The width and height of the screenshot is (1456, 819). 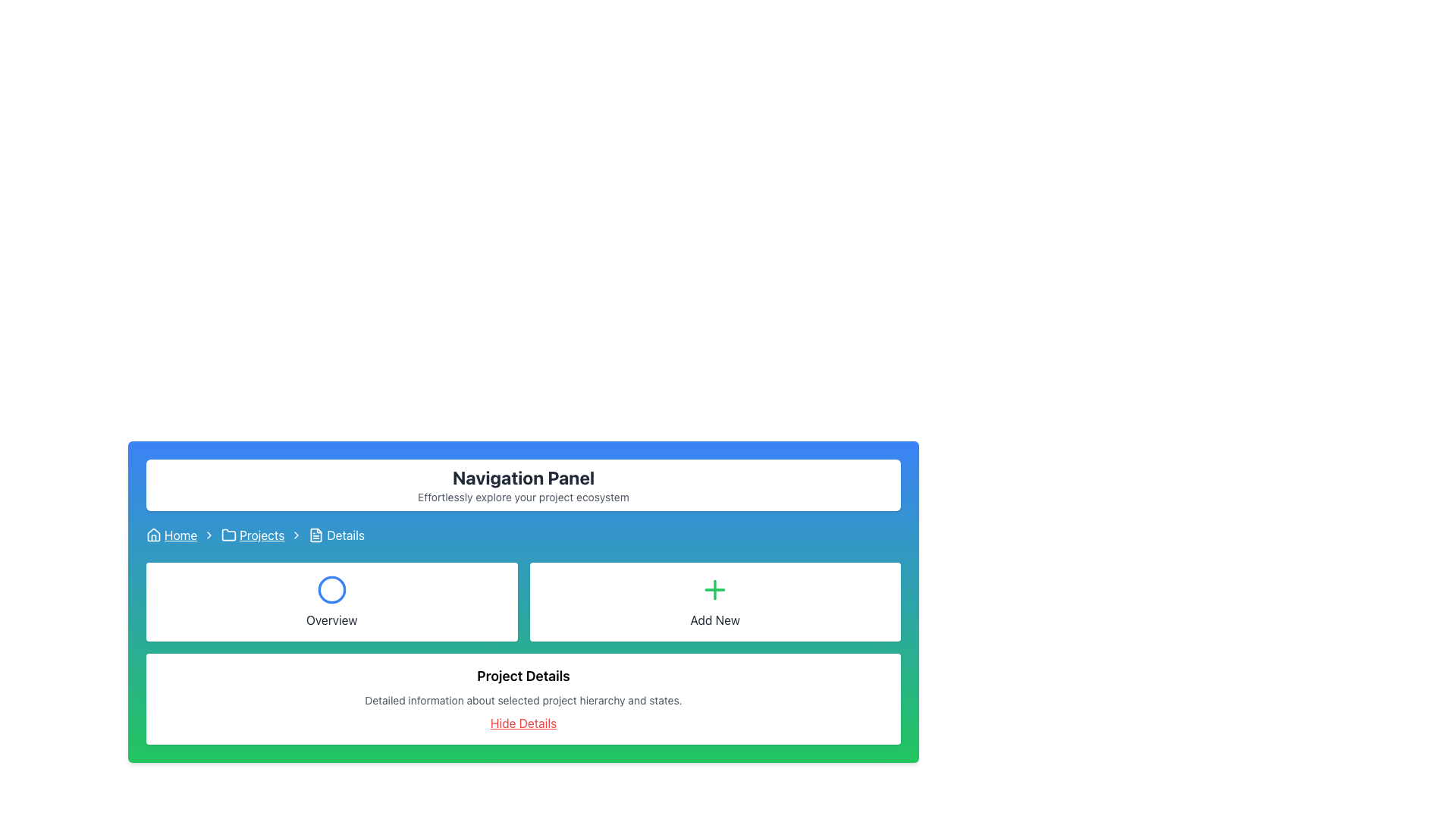 What do you see at coordinates (315, 534) in the screenshot?
I see `the 'Details' icon in the breadcrumb navigation, which is located to the right of the house icon and the folder icon` at bounding box center [315, 534].